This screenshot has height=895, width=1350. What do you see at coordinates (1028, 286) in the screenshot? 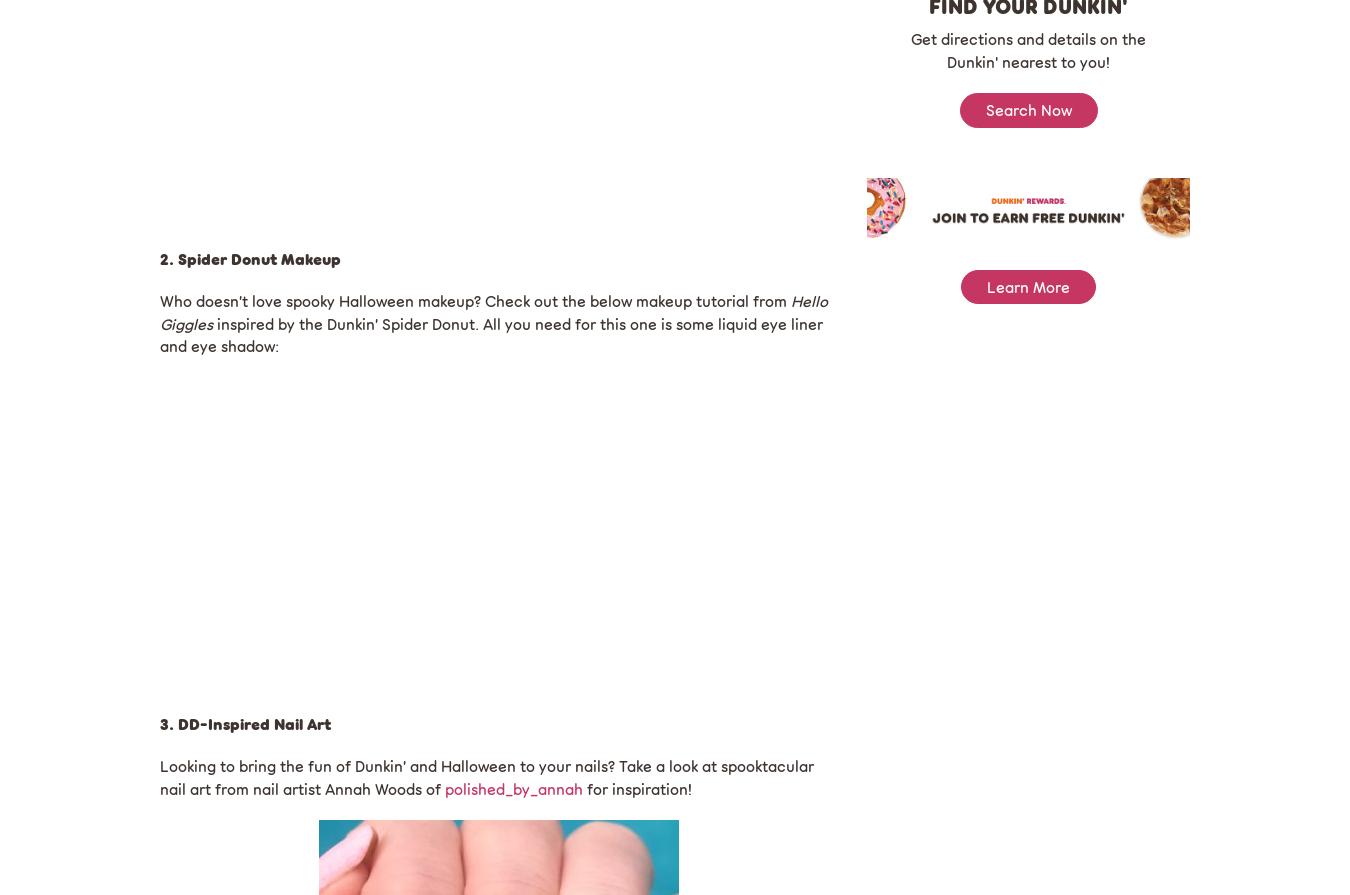
I see `'Learn More'` at bounding box center [1028, 286].